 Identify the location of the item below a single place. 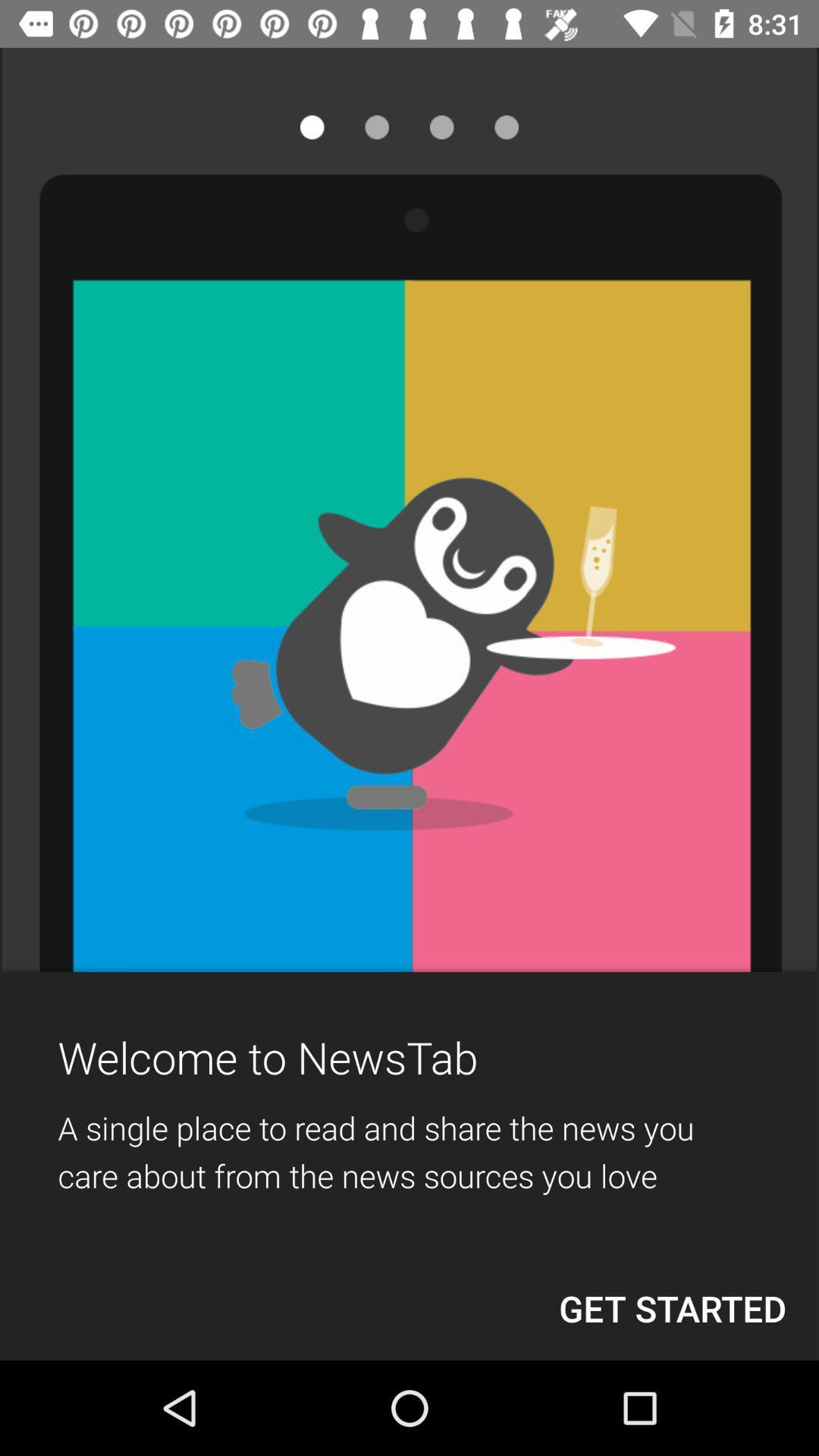
(672, 1307).